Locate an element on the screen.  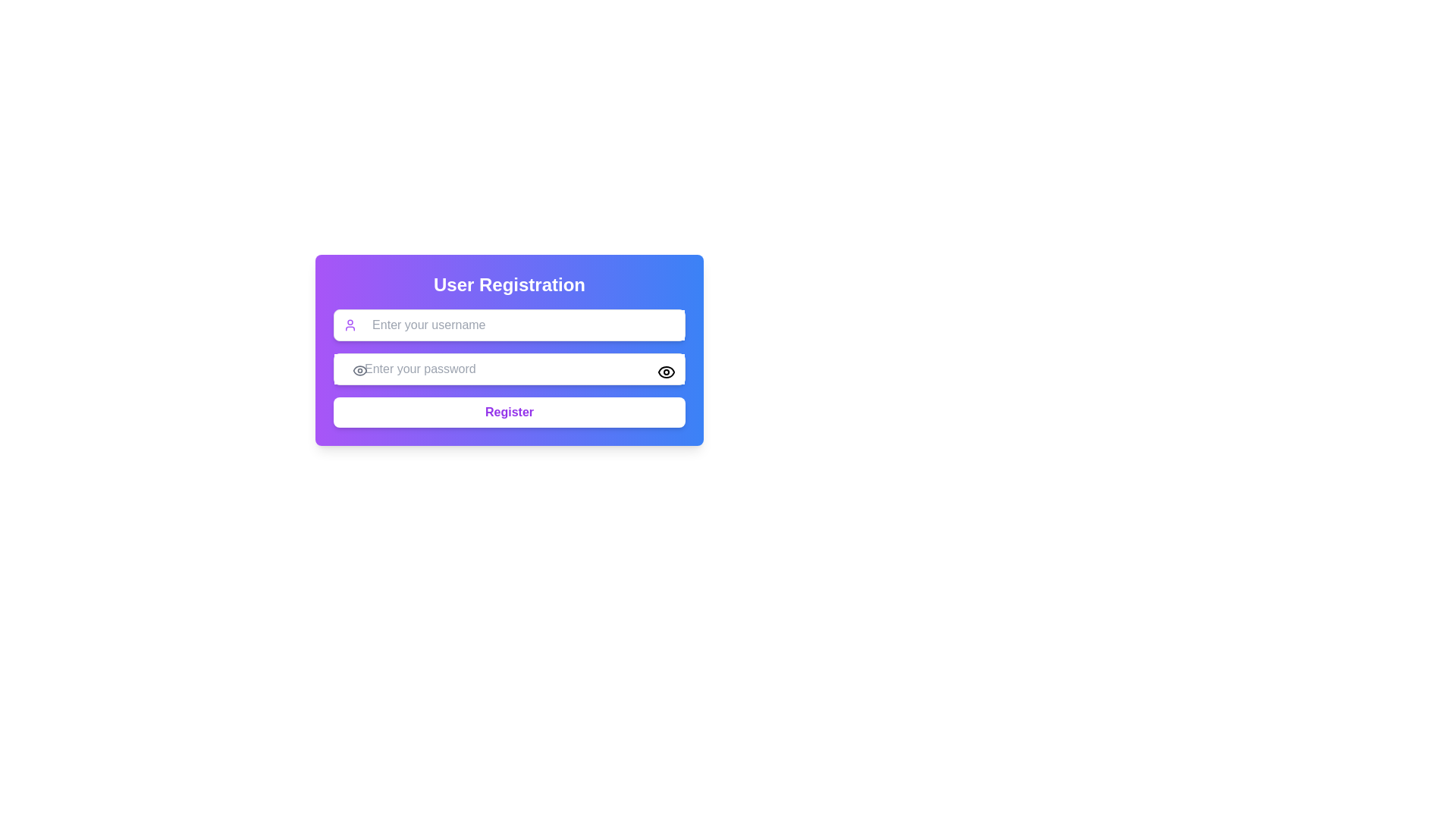
the outer contour of the eye icon located to the right of the 'Enter your password' input field in the 'User Registration' form is located at coordinates (666, 372).